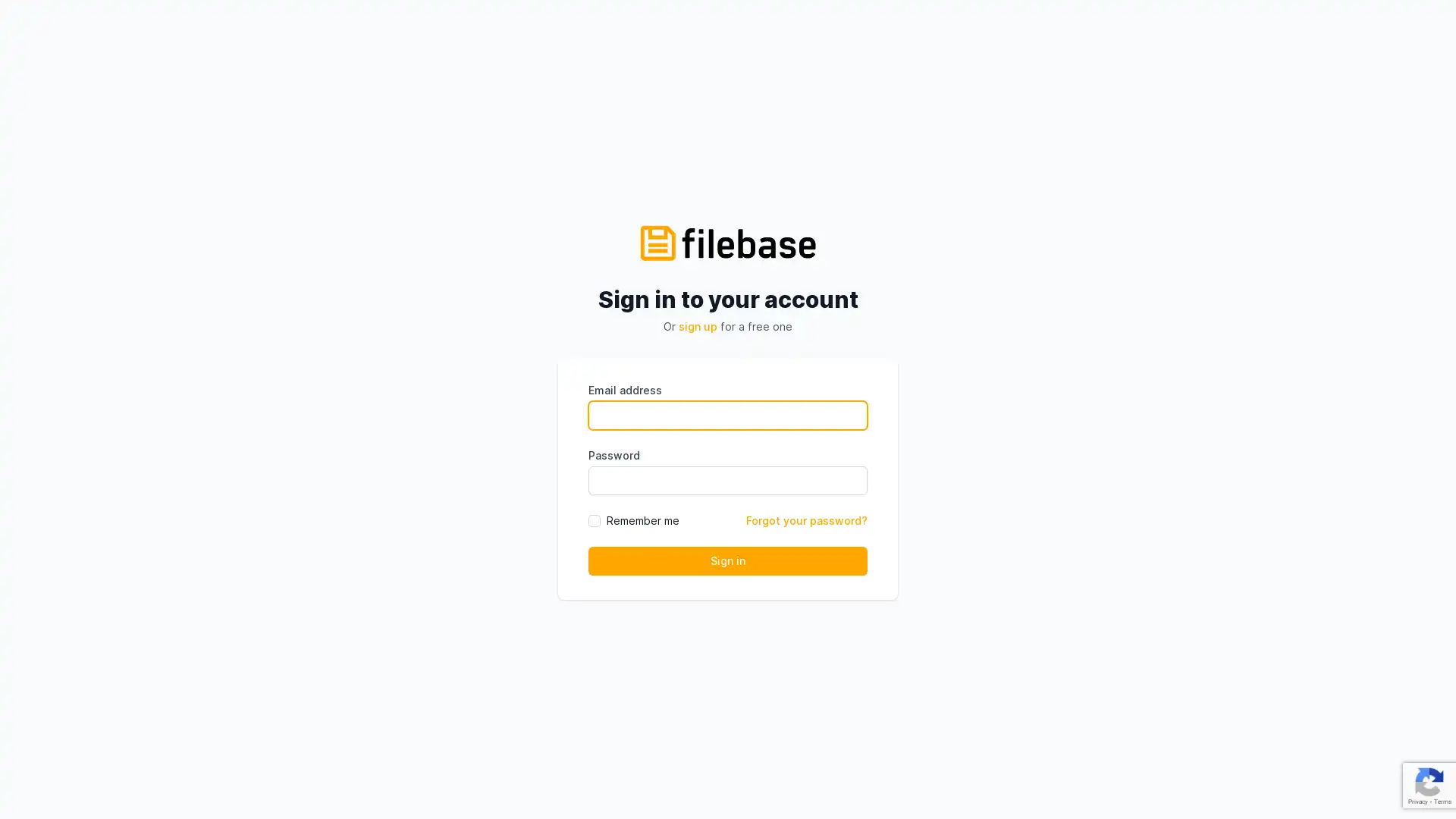 The image size is (1456, 819). Describe the element at coordinates (1417, 780) in the screenshot. I see `Open Intercom Messenger` at that location.